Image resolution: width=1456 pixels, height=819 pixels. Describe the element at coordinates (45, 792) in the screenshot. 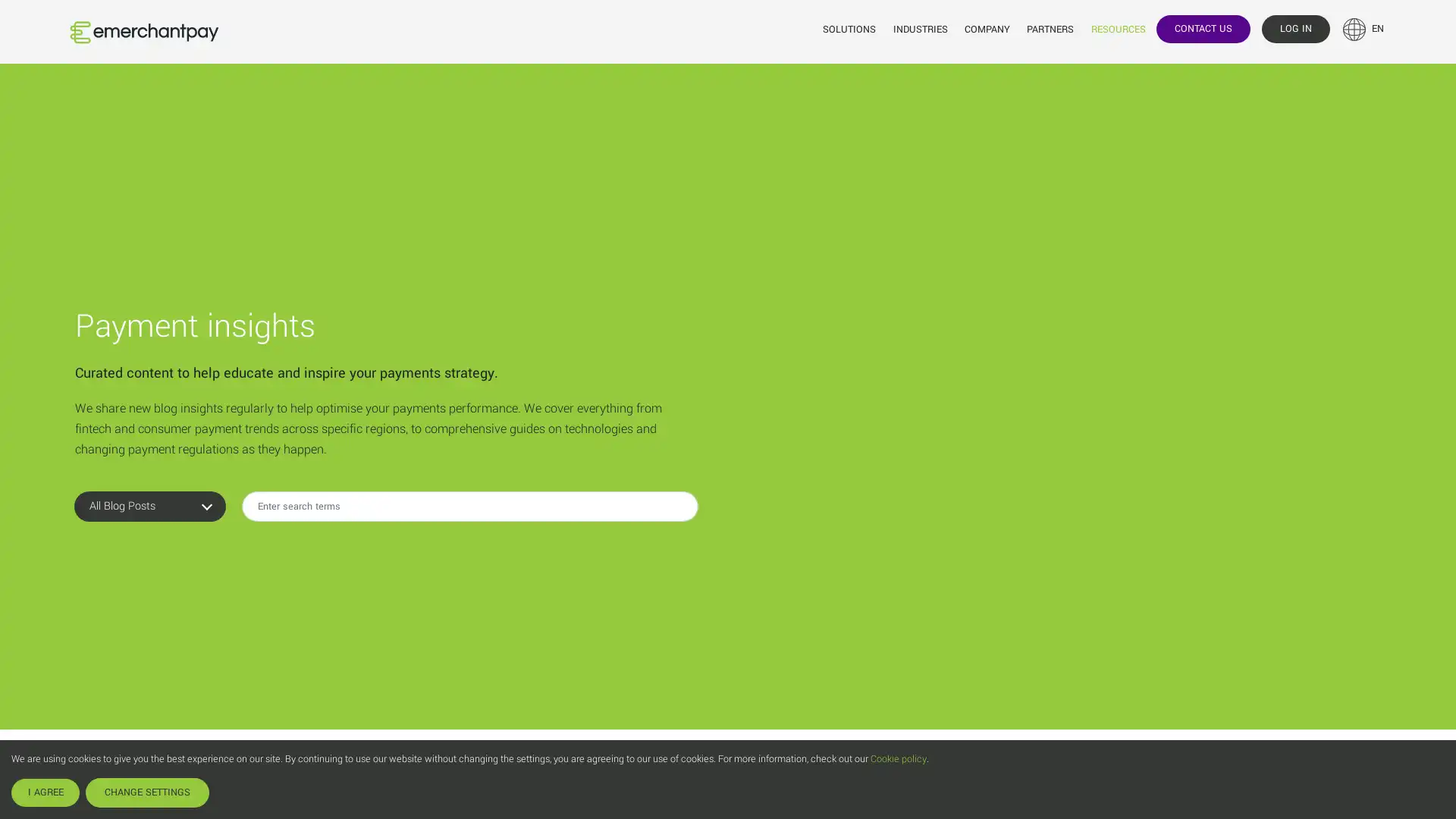

I see `I AGREE` at that location.